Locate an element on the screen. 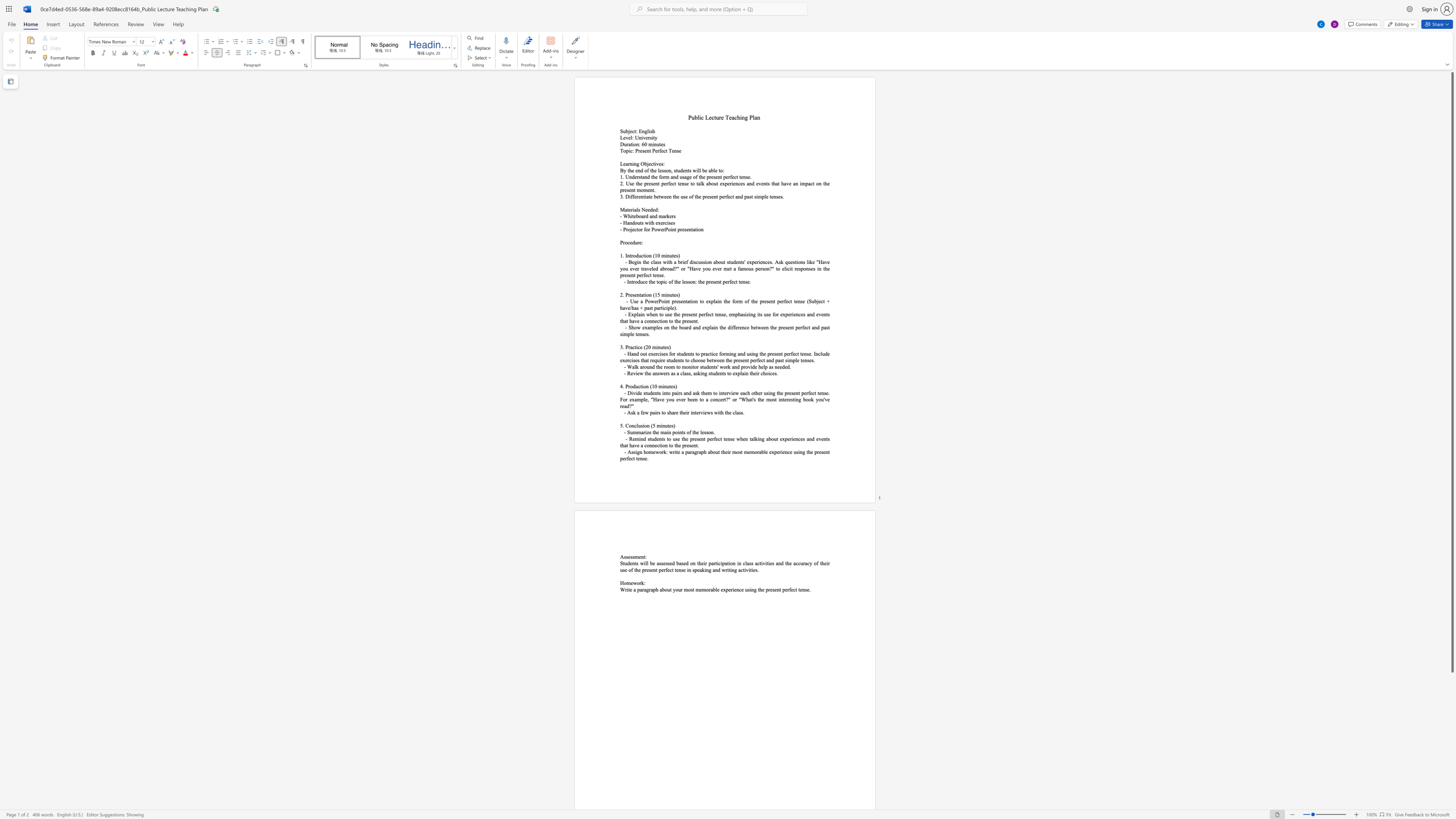  the scrollbar to slide the page down is located at coordinates (1451, 762).